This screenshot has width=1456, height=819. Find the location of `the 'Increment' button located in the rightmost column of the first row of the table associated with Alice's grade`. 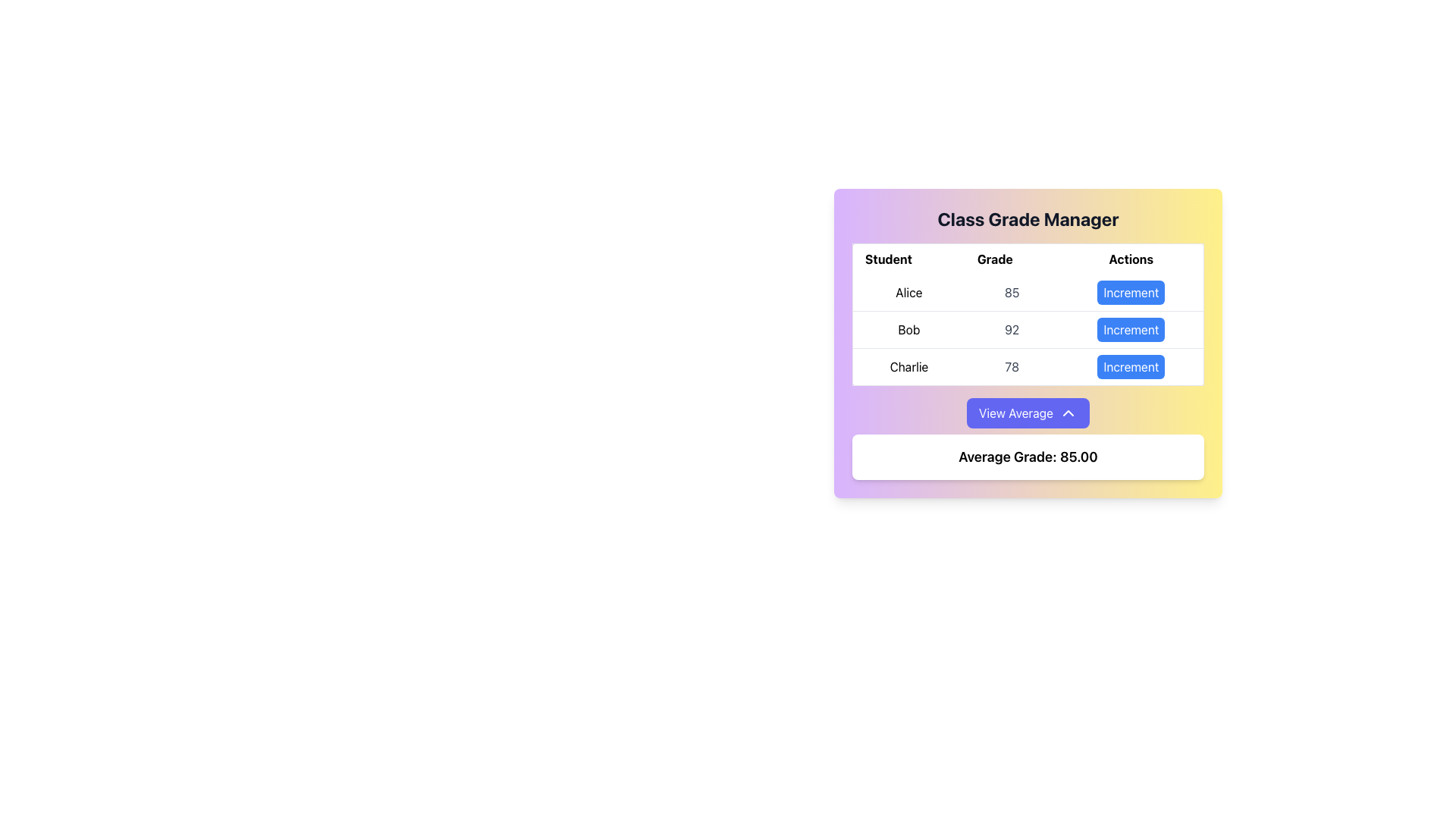

the 'Increment' button located in the rightmost column of the first row of the table associated with Alice's grade is located at coordinates (1131, 293).